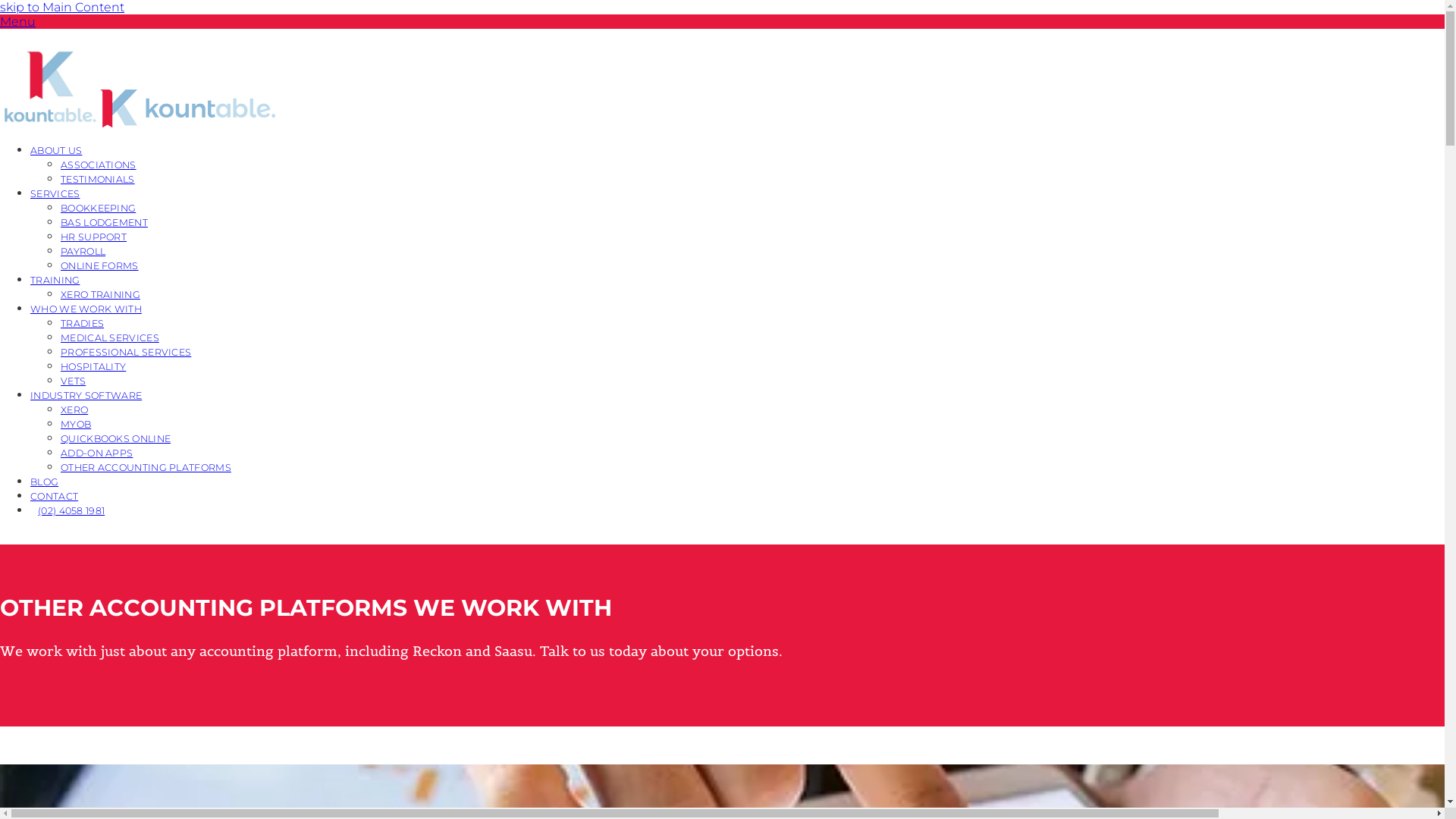  What do you see at coordinates (99, 264) in the screenshot?
I see `'ONLINE FORMS'` at bounding box center [99, 264].